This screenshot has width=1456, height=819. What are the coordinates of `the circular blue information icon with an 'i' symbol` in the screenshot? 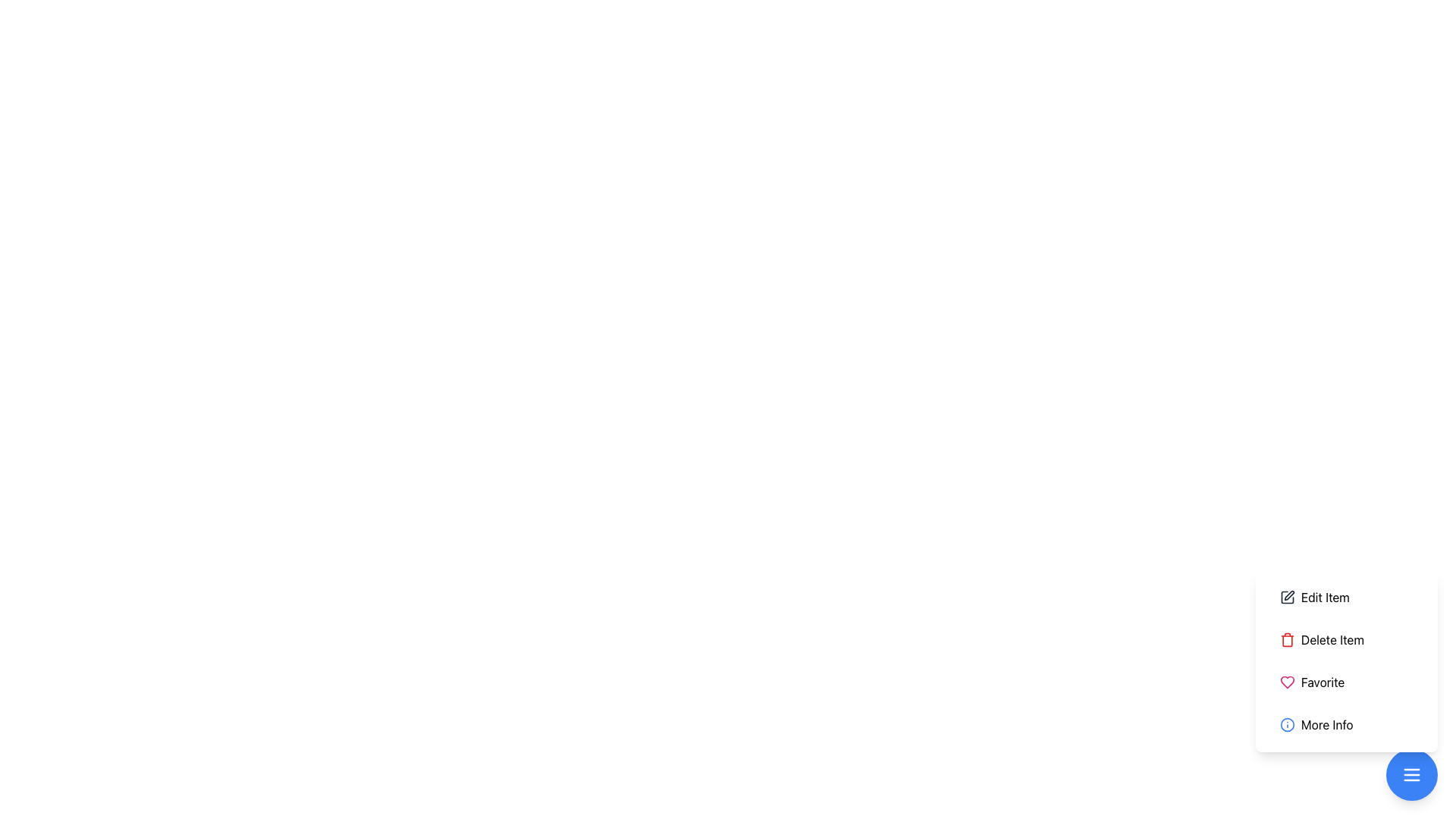 It's located at (1287, 724).